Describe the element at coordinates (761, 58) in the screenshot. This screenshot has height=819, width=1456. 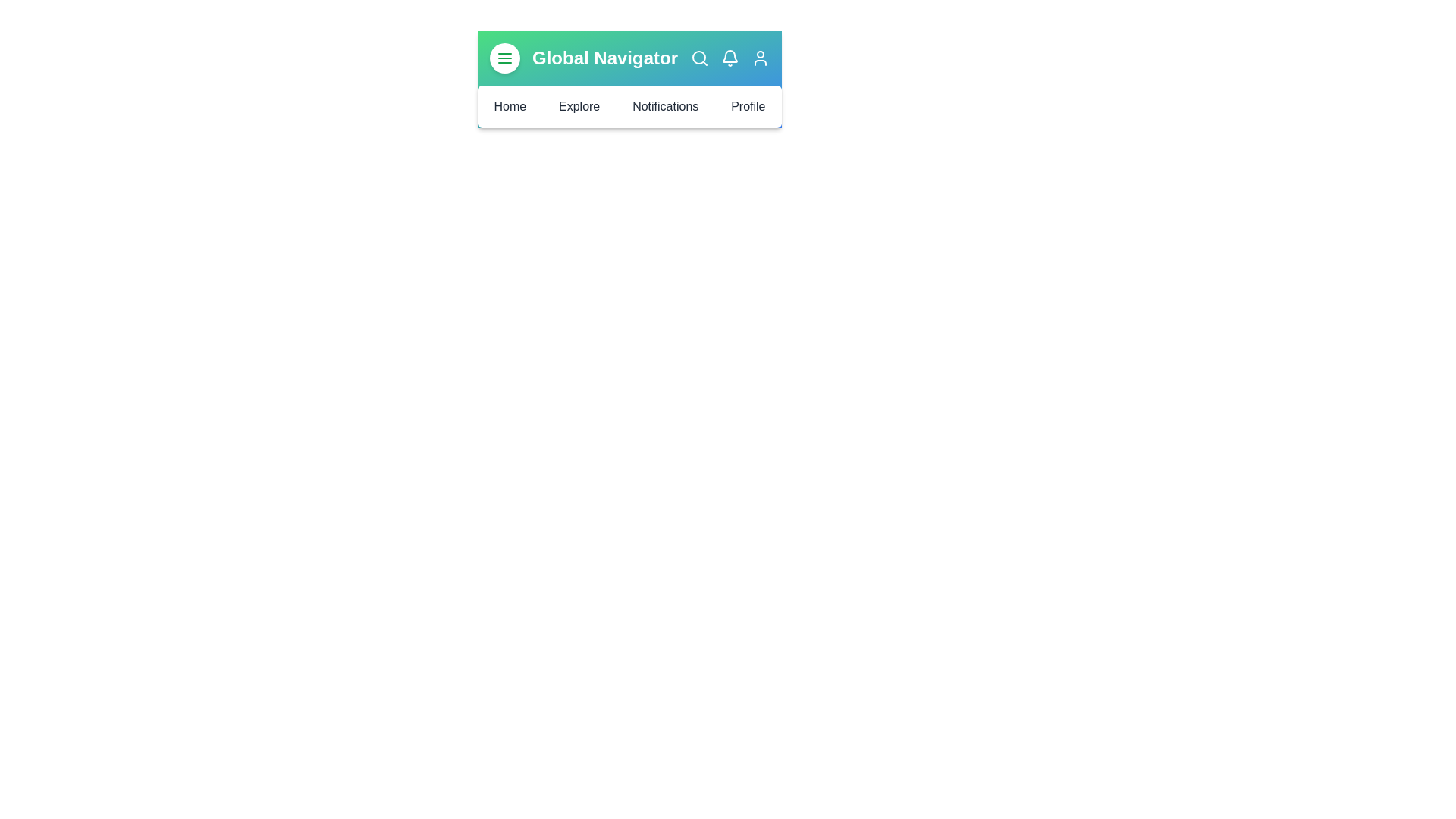
I see `the user icon to access user settings or profile` at that location.